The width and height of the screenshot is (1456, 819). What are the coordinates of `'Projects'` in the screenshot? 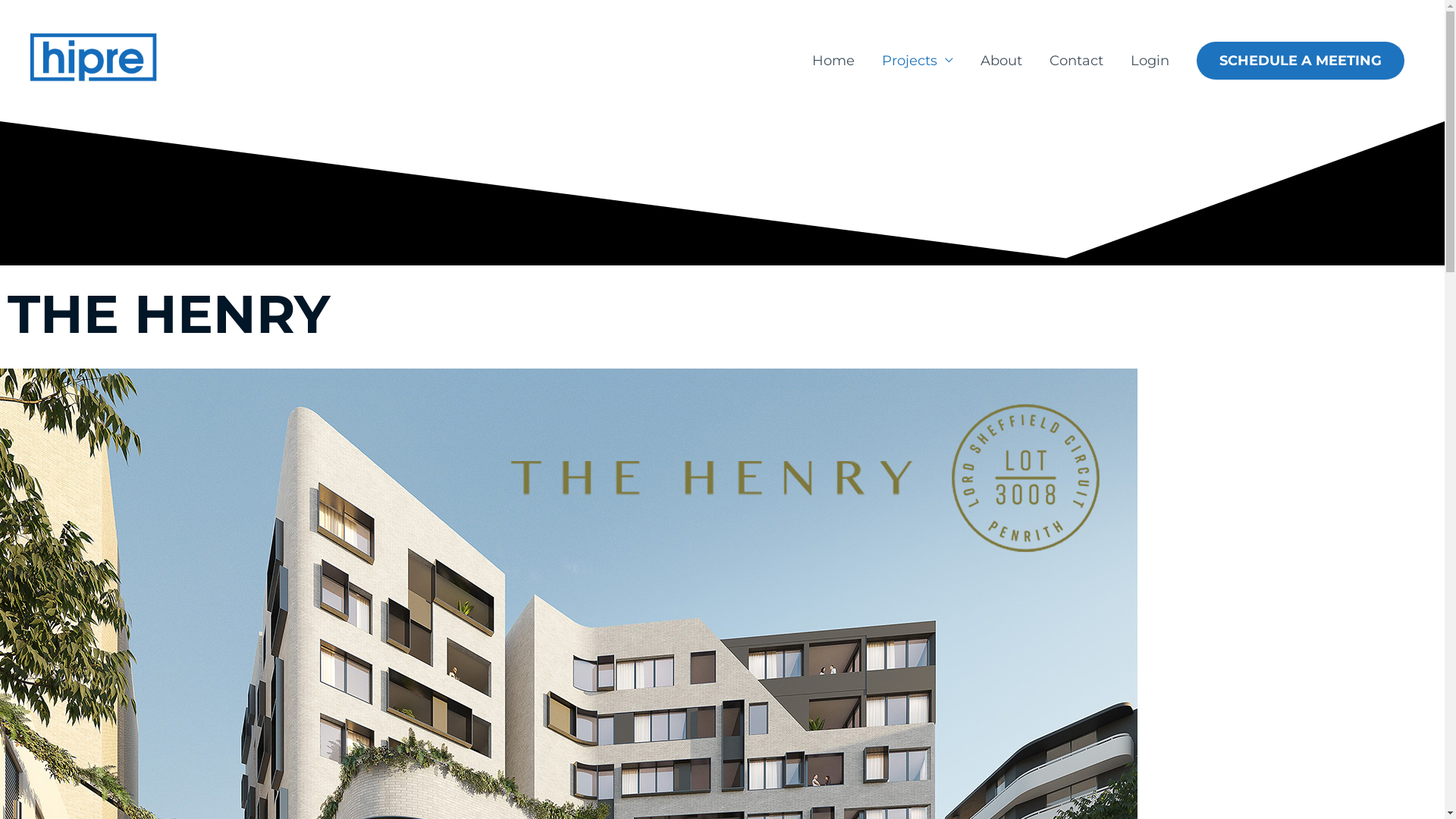 It's located at (868, 60).